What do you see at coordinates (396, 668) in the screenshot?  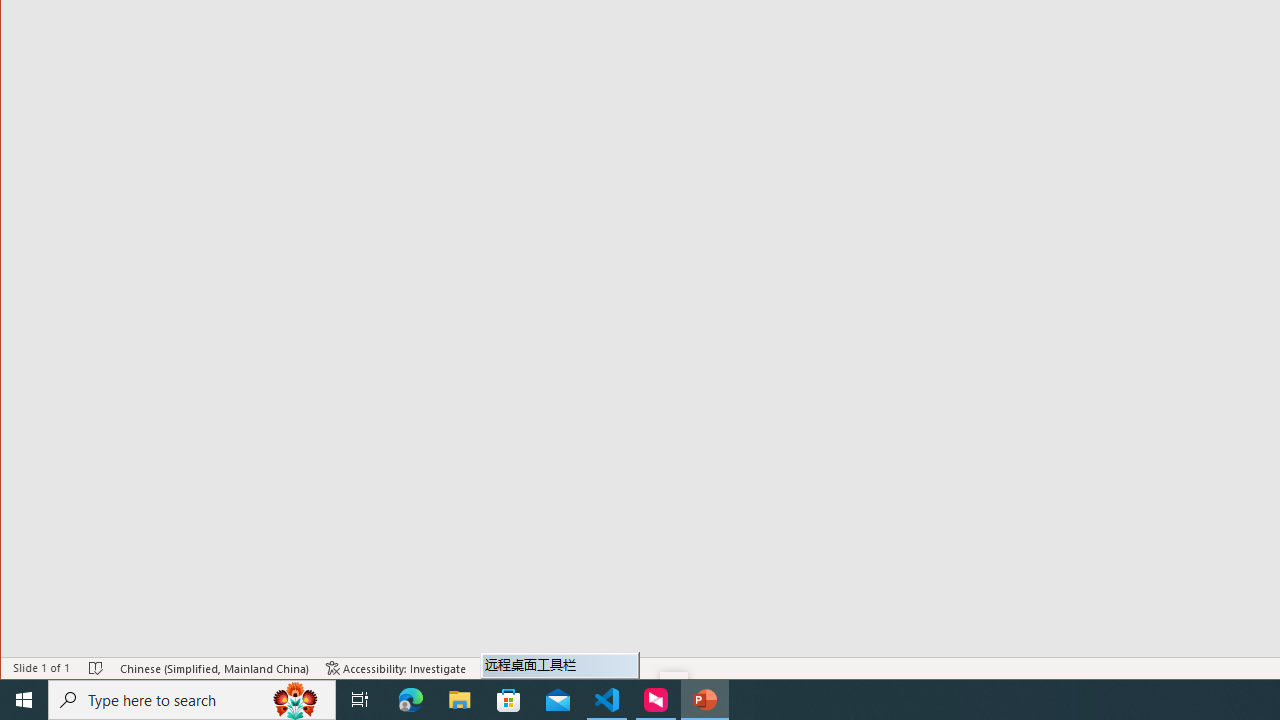 I see `'Accessibility Checker Accessibility: Investigate'` at bounding box center [396, 668].